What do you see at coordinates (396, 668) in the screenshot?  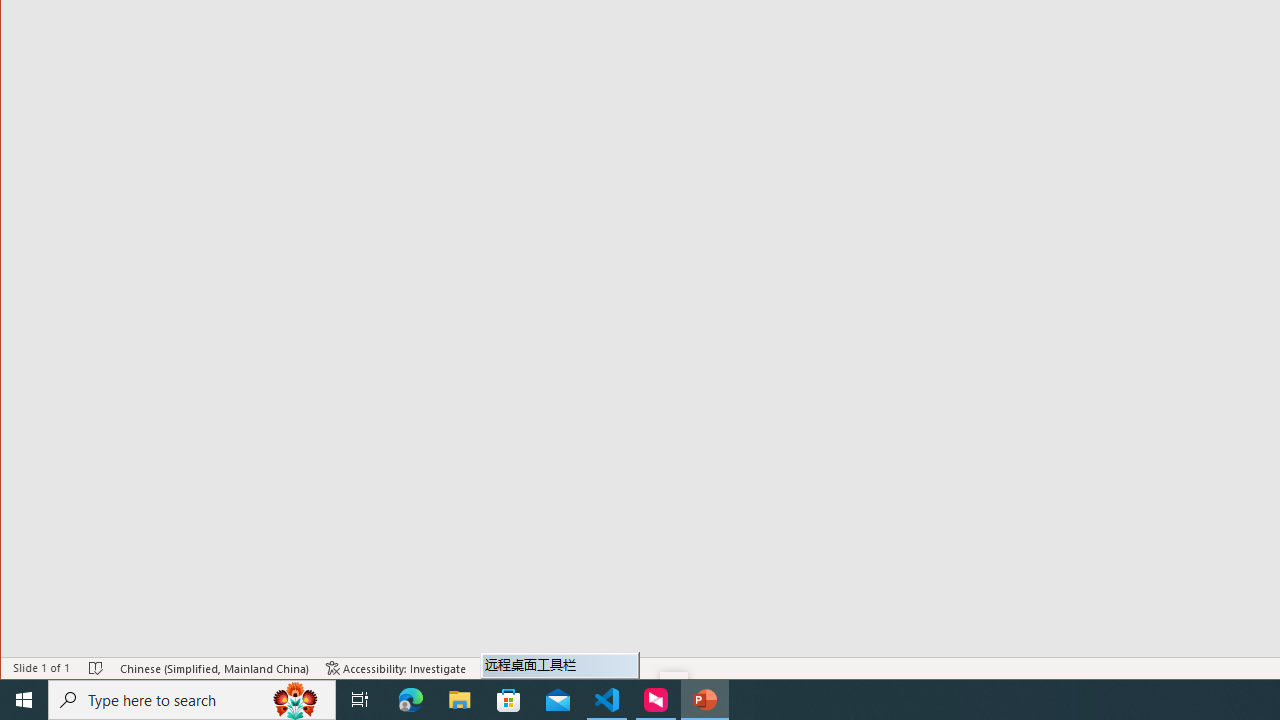 I see `'Accessibility Checker Accessibility: Investigate'` at bounding box center [396, 668].